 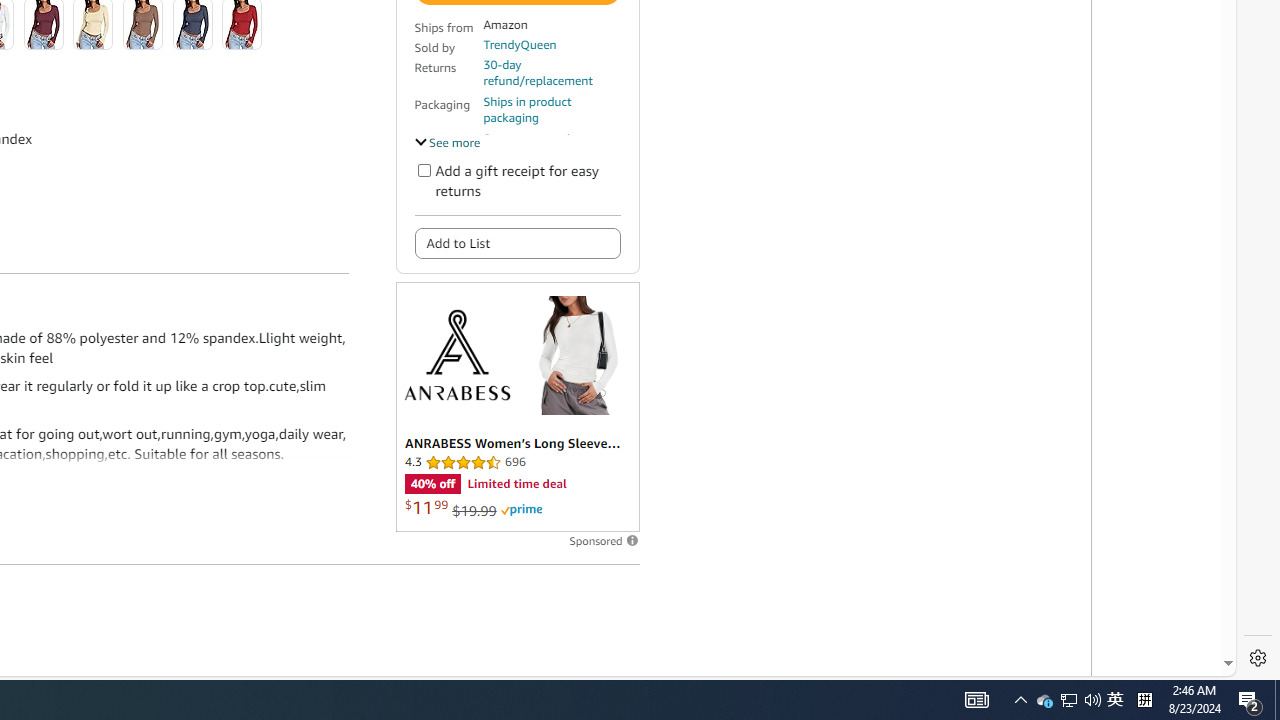 What do you see at coordinates (455, 353) in the screenshot?
I see `'Logo'` at bounding box center [455, 353].